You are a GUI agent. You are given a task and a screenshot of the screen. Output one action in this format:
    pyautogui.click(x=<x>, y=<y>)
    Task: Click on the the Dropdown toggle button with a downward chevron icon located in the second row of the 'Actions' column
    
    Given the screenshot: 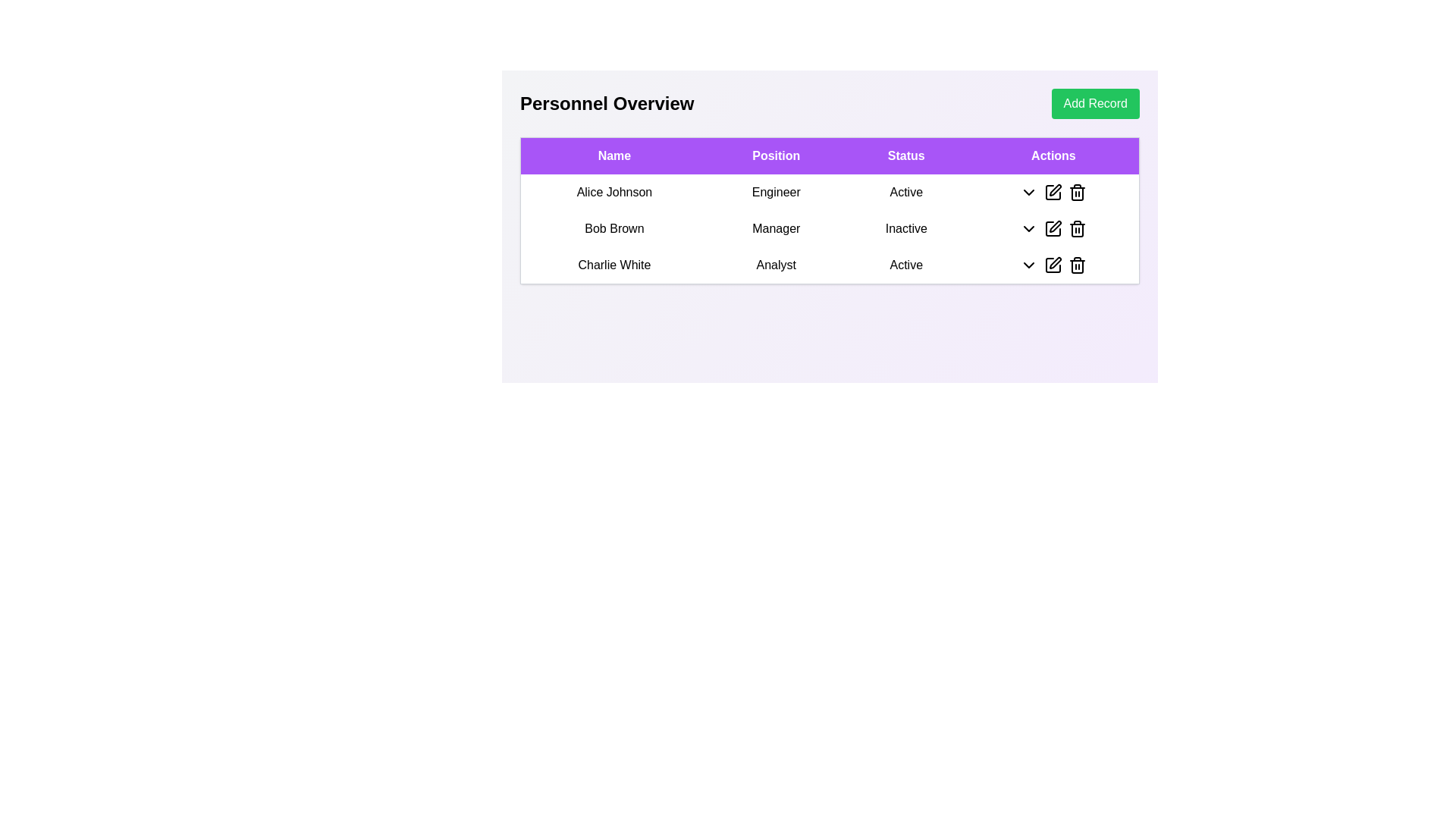 What is the action you would take?
    pyautogui.click(x=1029, y=228)
    